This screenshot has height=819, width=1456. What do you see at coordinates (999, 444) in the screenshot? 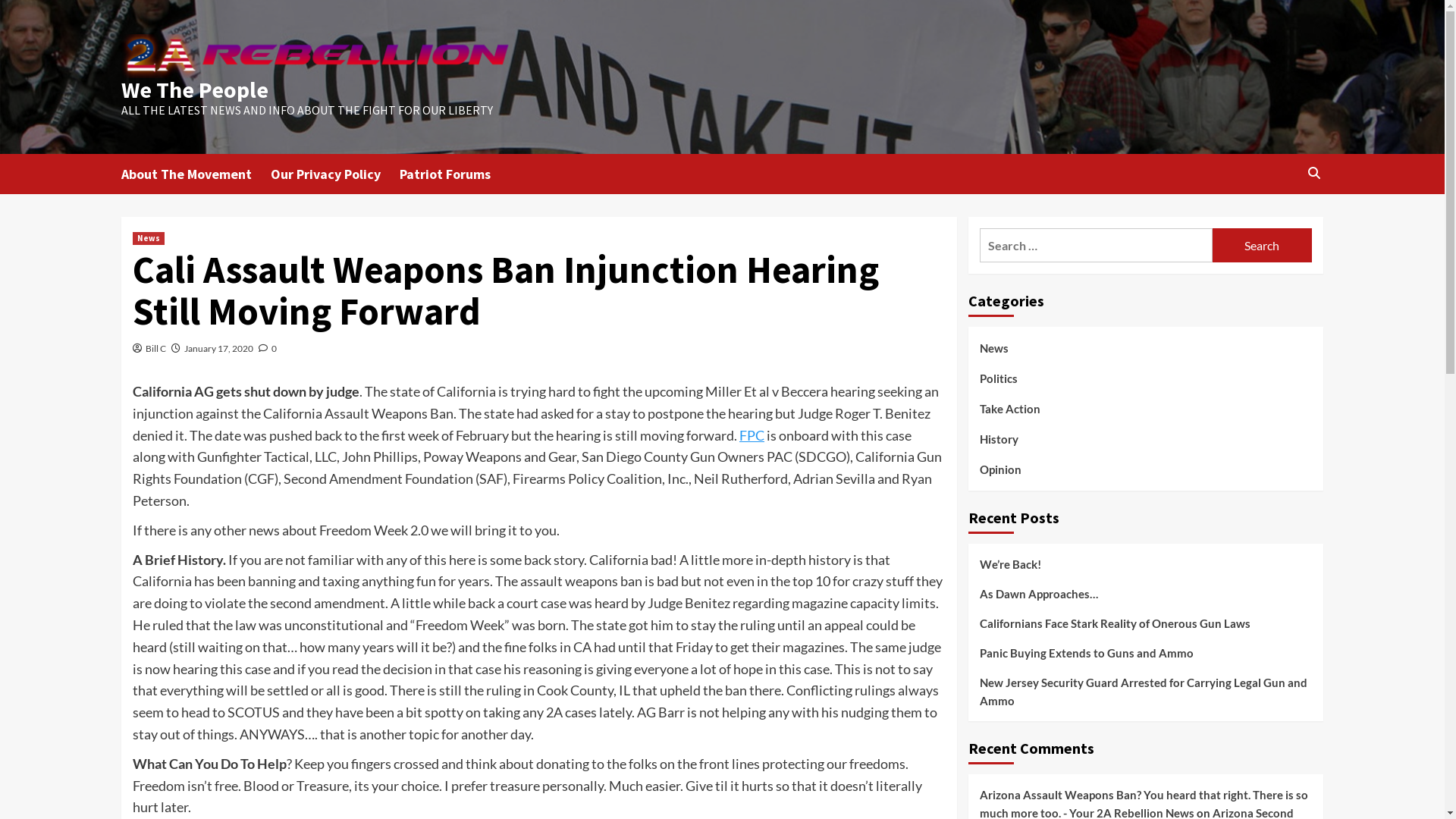
I see `'History'` at bounding box center [999, 444].